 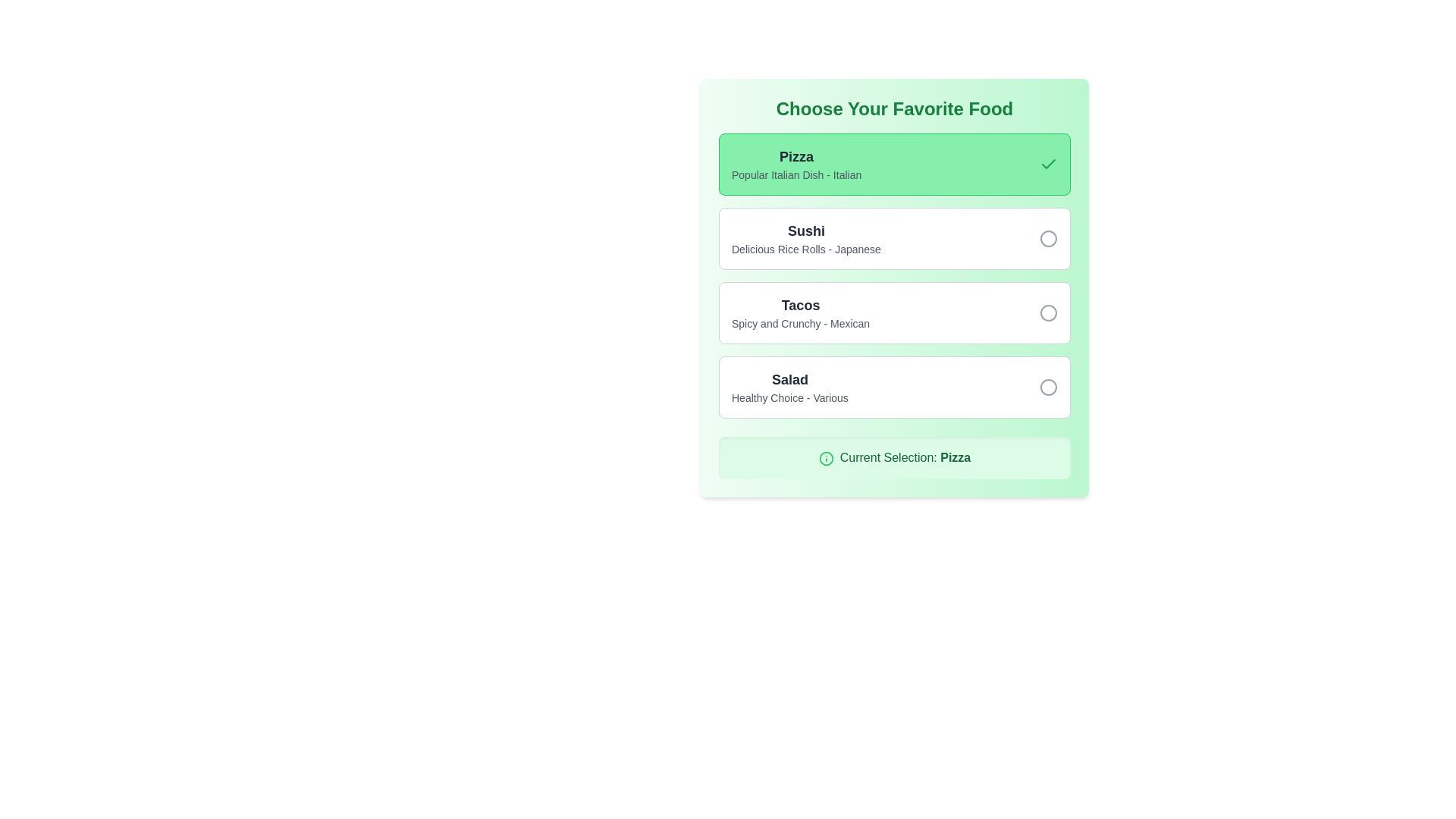 What do you see at coordinates (825, 457) in the screenshot?
I see `the circular SVG element with a green stroke located in the informational banner that displays 'Current Selection: Pizza.'` at bounding box center [825, 457].